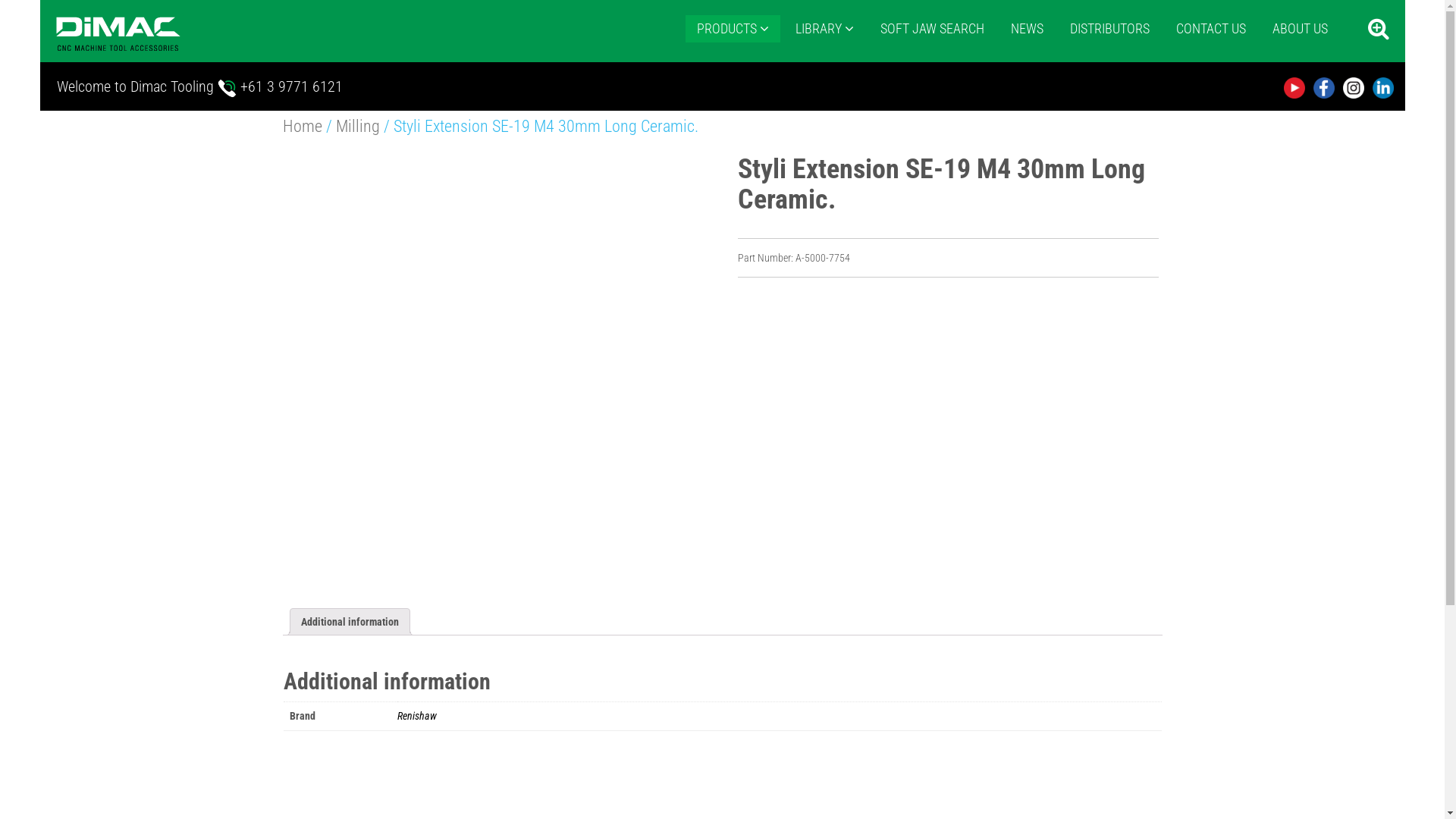  Describe the element at coordinates (348, 622) in the screenshot. I see `'Additional information'` at that location.